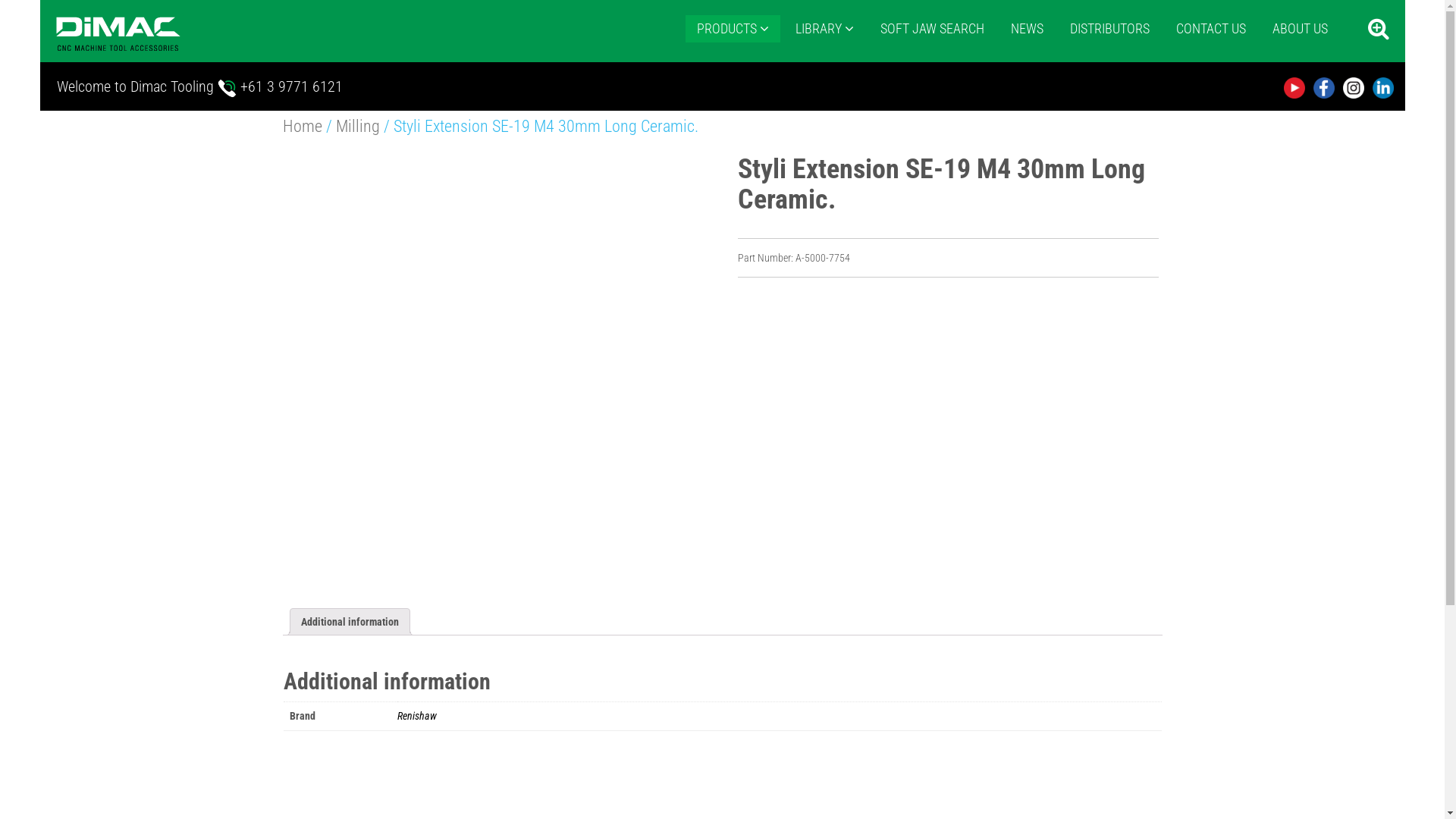  Describe the element at coordinates (348, 622) in the screenshot. I see `'Additional information'` at that location.